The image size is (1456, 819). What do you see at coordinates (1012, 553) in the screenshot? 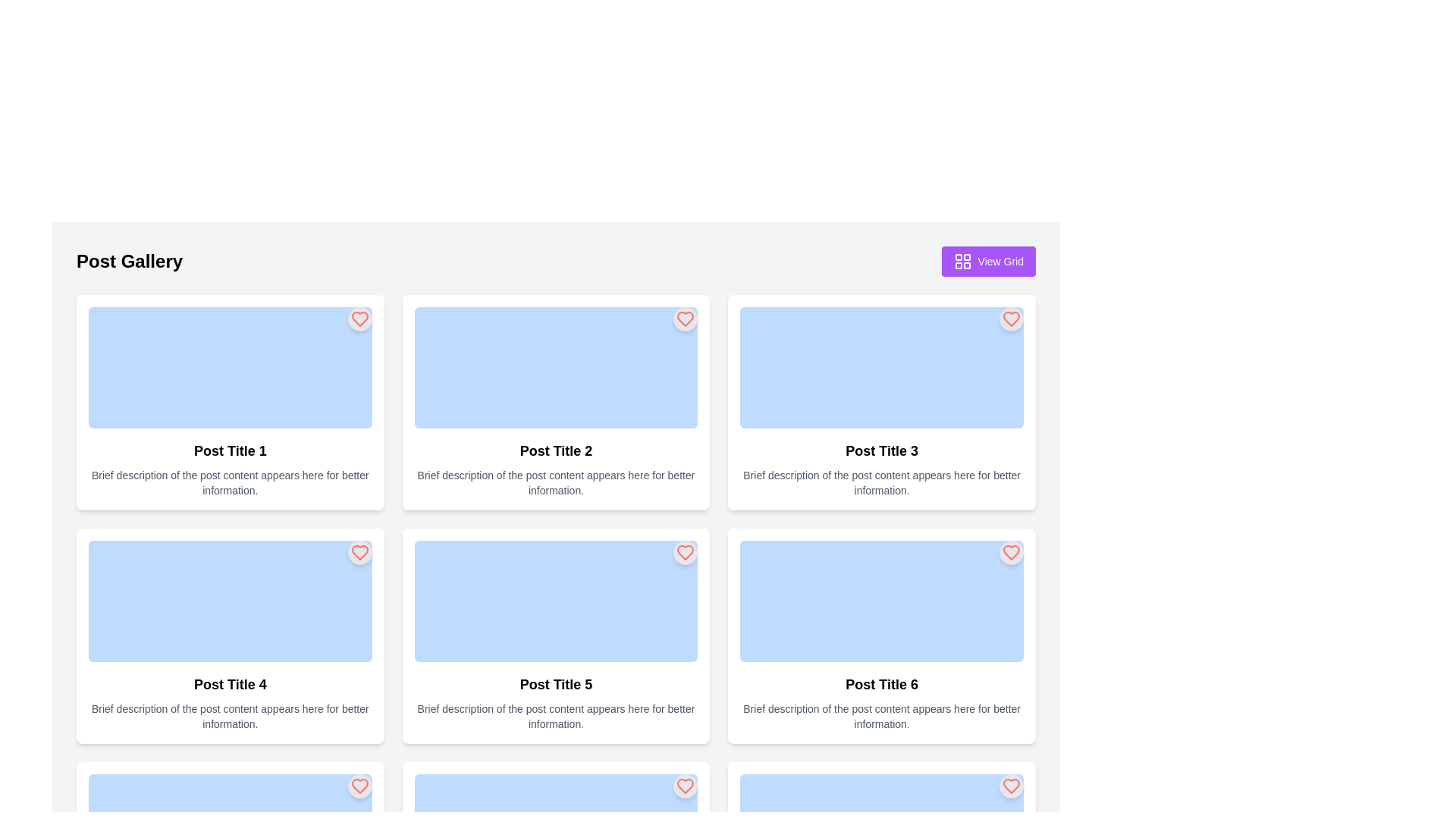
I see `the heart icon located at the top-right corner of the card labeled 'Post Title 6' to mark the post as favorite or liked` at bounding box center [1012, 553].